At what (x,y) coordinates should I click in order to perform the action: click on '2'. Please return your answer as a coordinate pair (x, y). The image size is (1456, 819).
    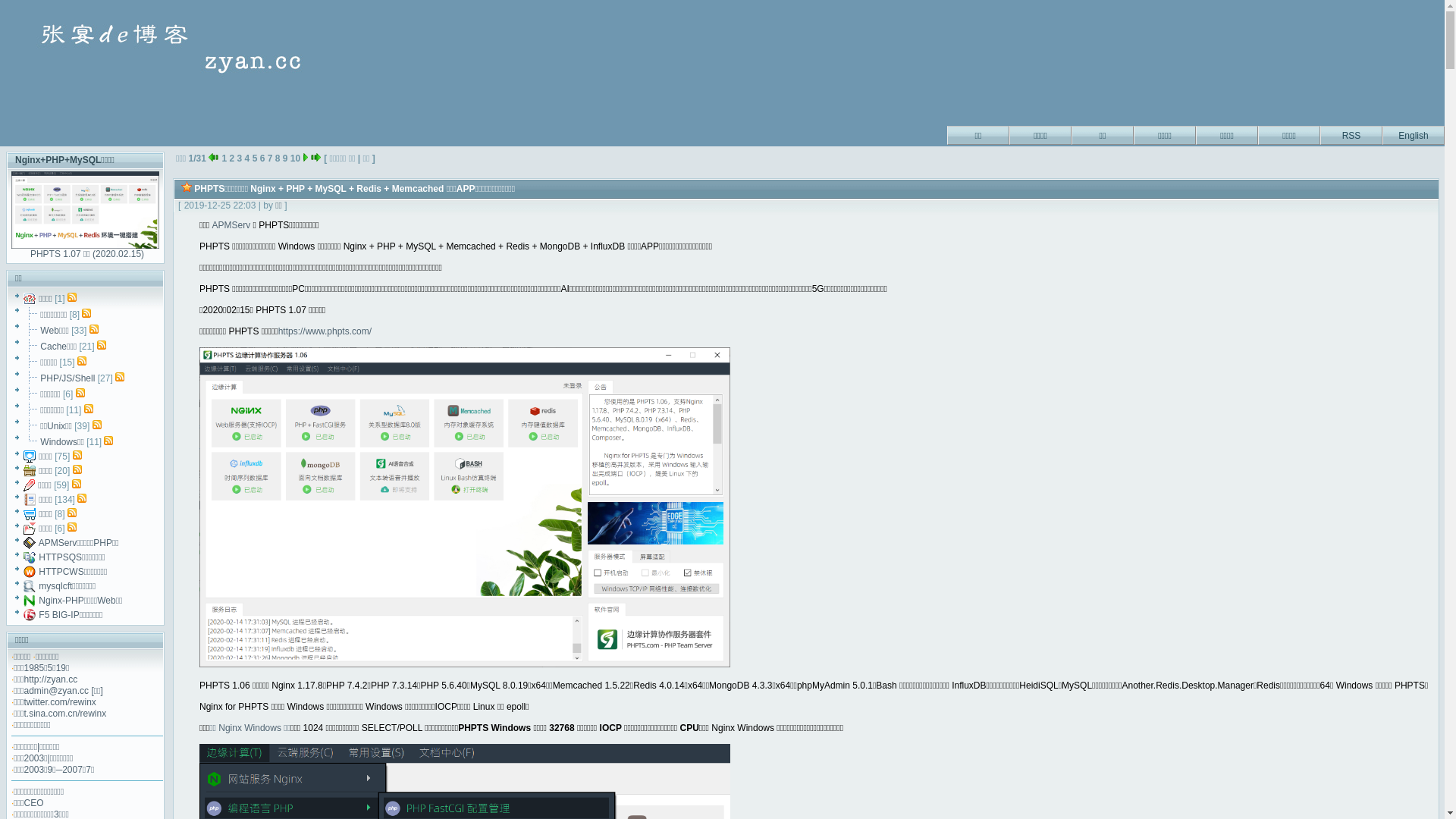
    Looking at the image, I should click on (228, 158).